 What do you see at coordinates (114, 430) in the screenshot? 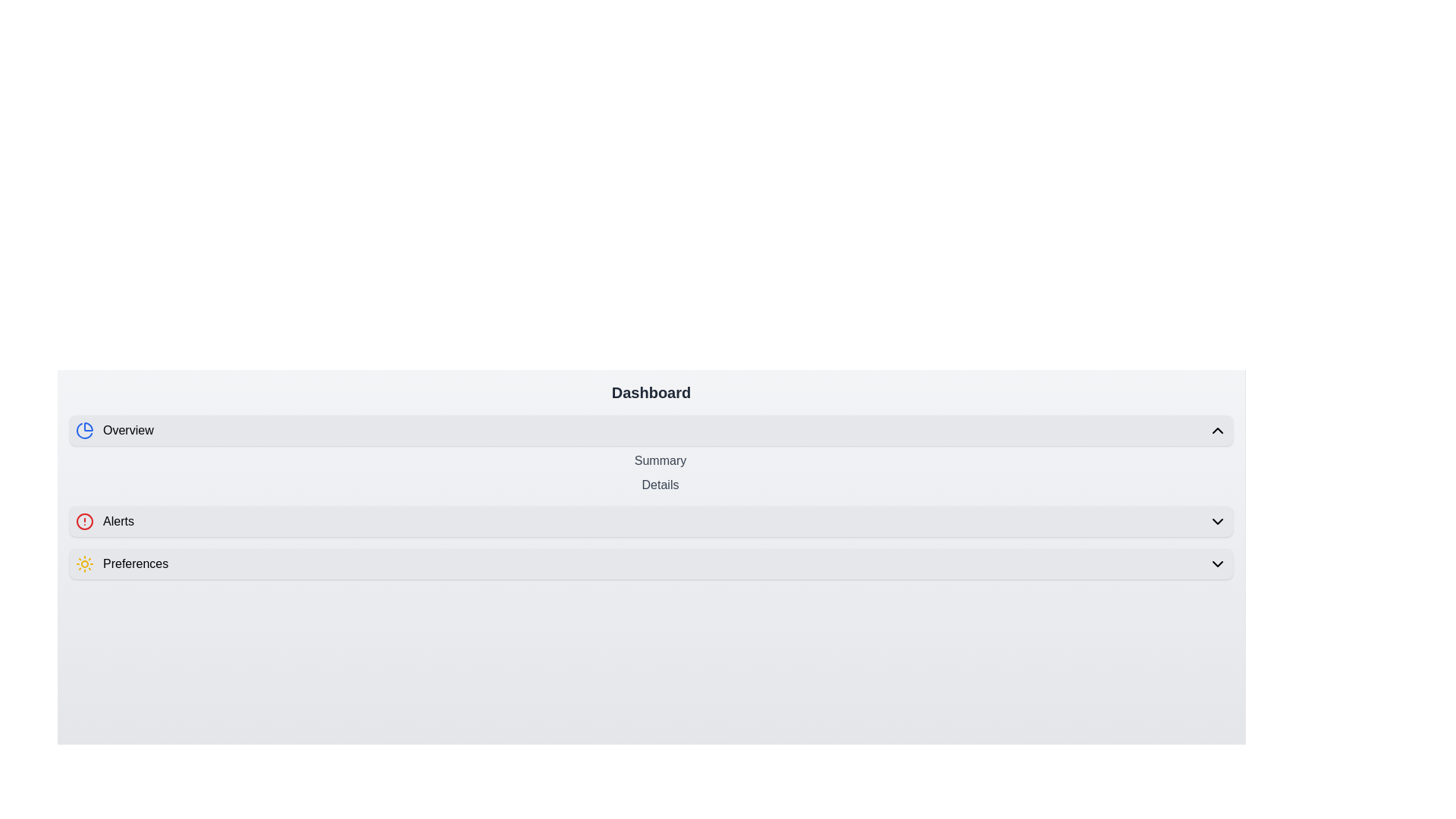
I see `the 'Overview' text label located at the top of the menu on the left side of the page` at bounding box center [114, 430].